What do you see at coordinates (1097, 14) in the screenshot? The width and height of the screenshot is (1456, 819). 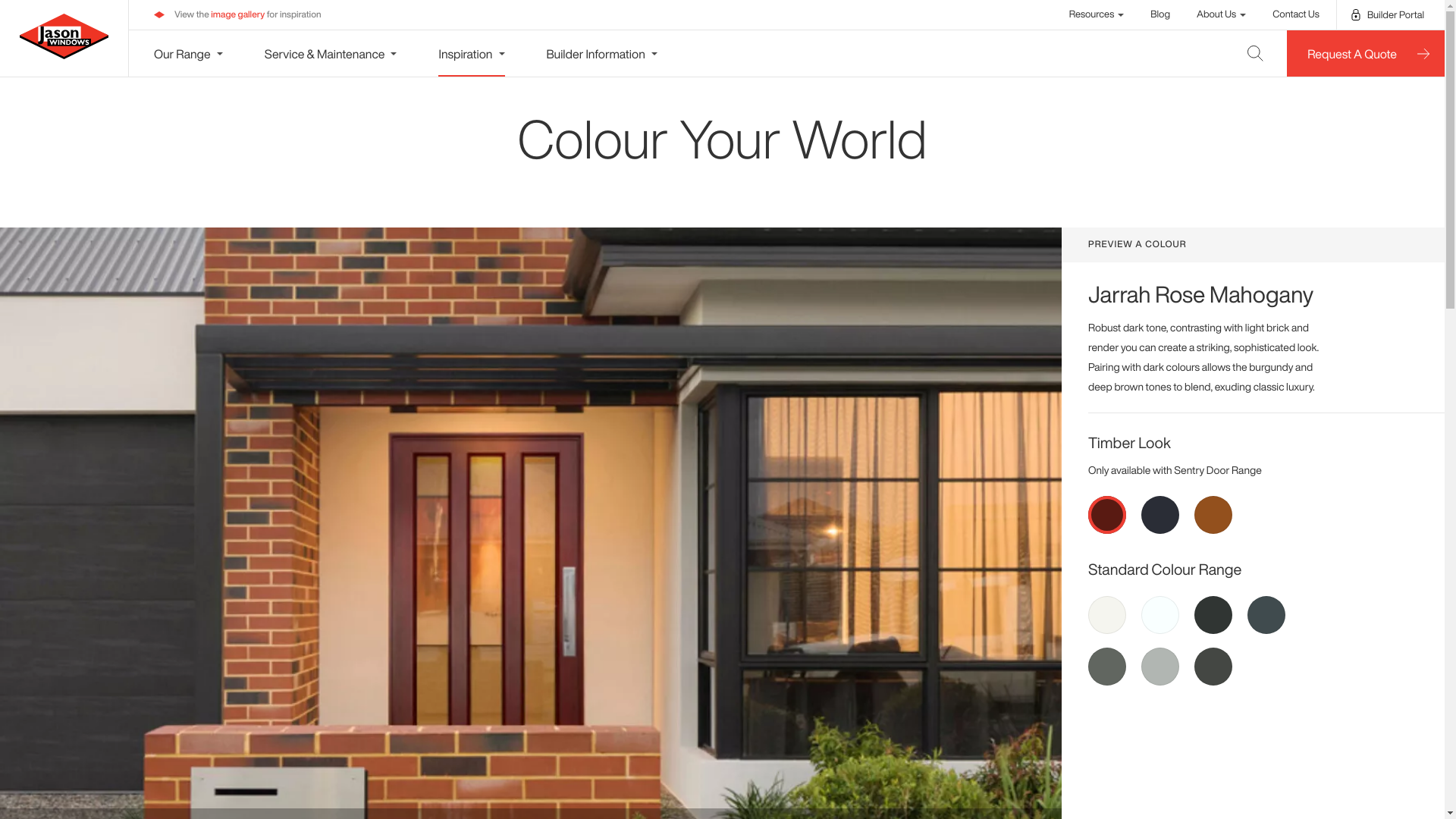 I see `'Resources'` at bounding box center [1097, 14].